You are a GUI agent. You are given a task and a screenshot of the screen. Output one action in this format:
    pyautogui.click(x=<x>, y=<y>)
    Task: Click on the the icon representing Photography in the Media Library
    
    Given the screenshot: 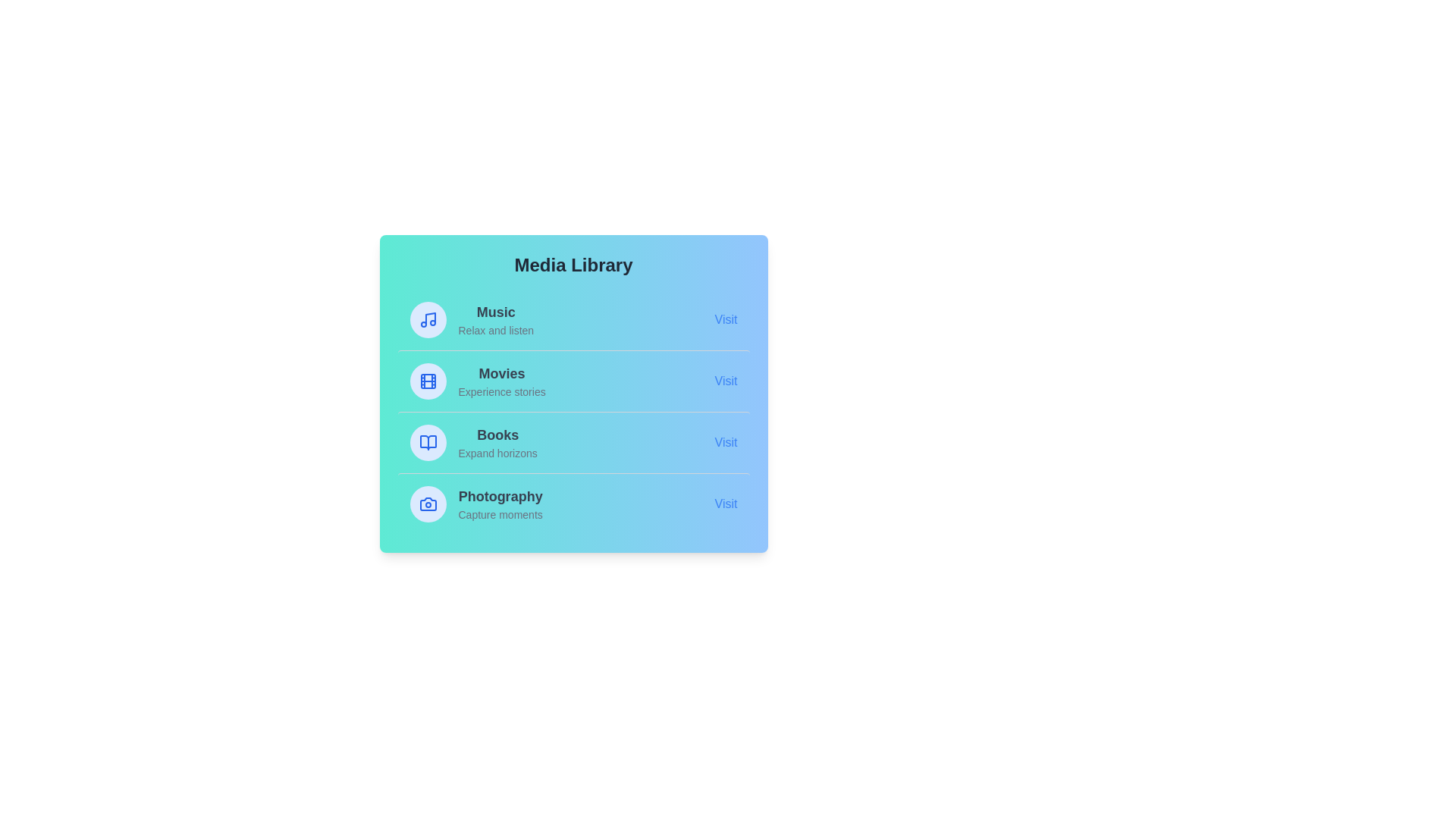 What is the action you would take?
    pyautogui.click(x=427, y=504)
    